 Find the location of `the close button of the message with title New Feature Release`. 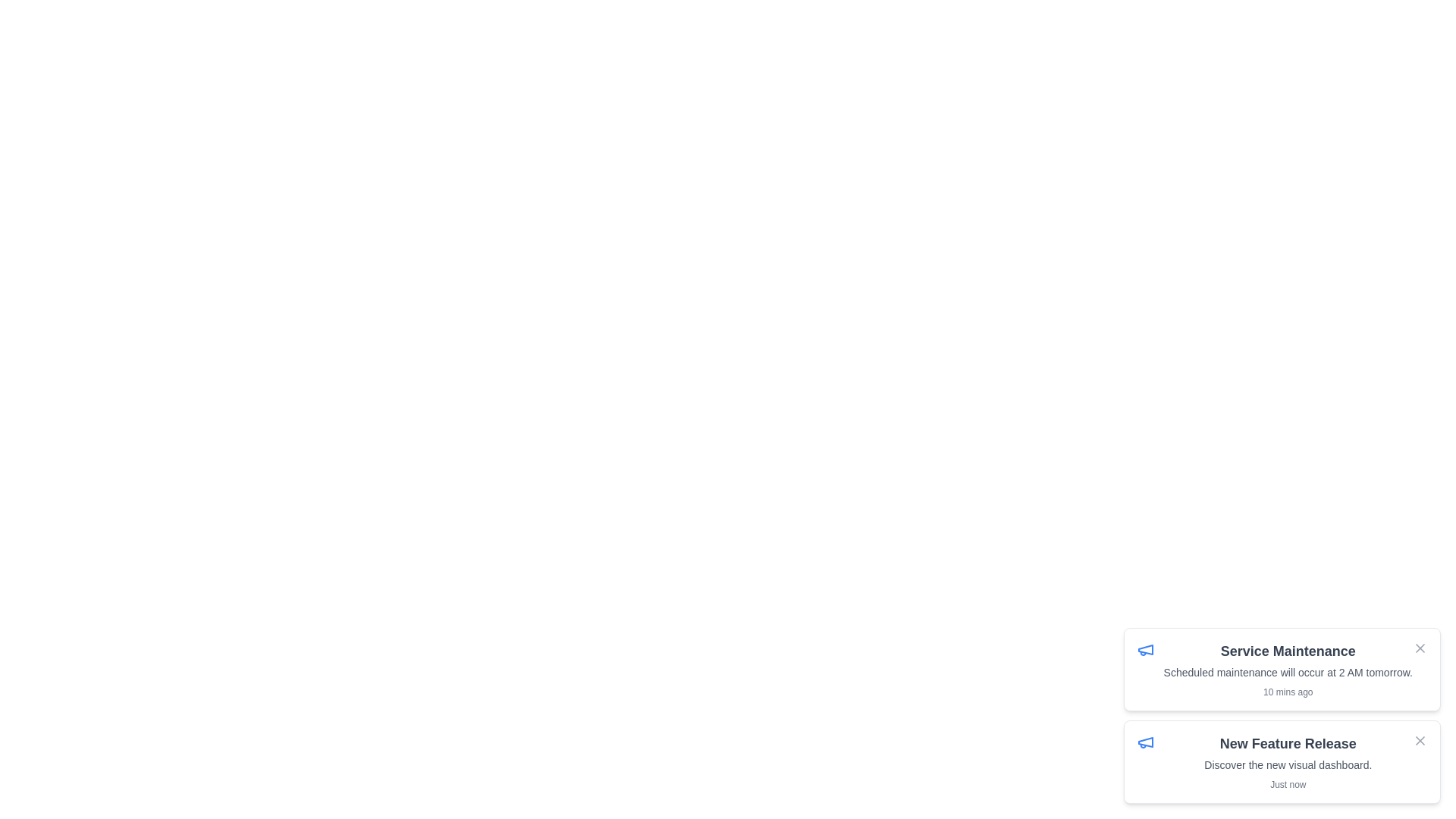

the close button of the message with title New Feature Release is located at coordinates (1419, 739).